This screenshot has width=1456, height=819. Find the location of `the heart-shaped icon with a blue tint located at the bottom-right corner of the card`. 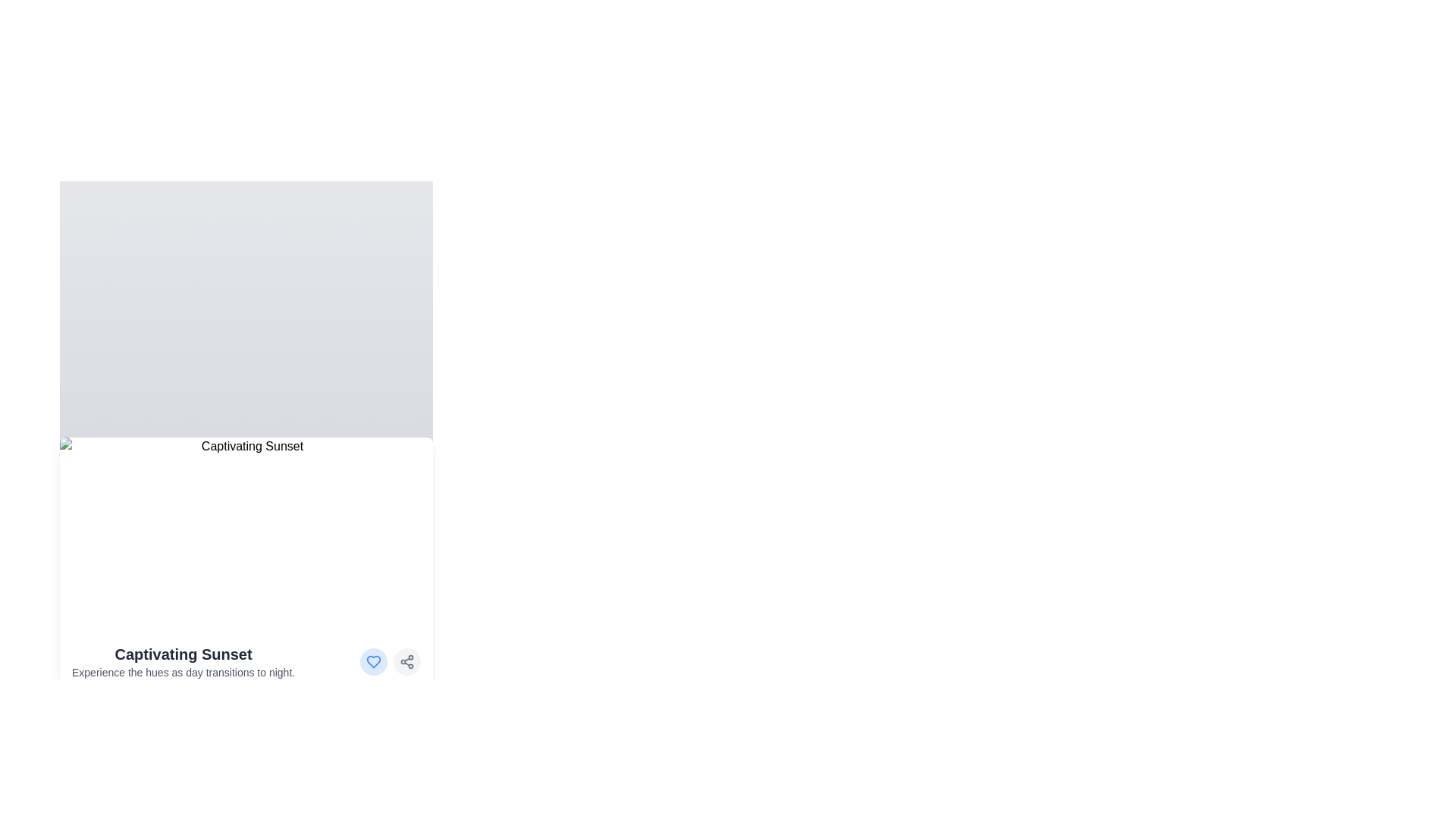

the heart-shaped icon with a blue tint located at the bottom-right corner of the card is located at coordinates (374, 661).